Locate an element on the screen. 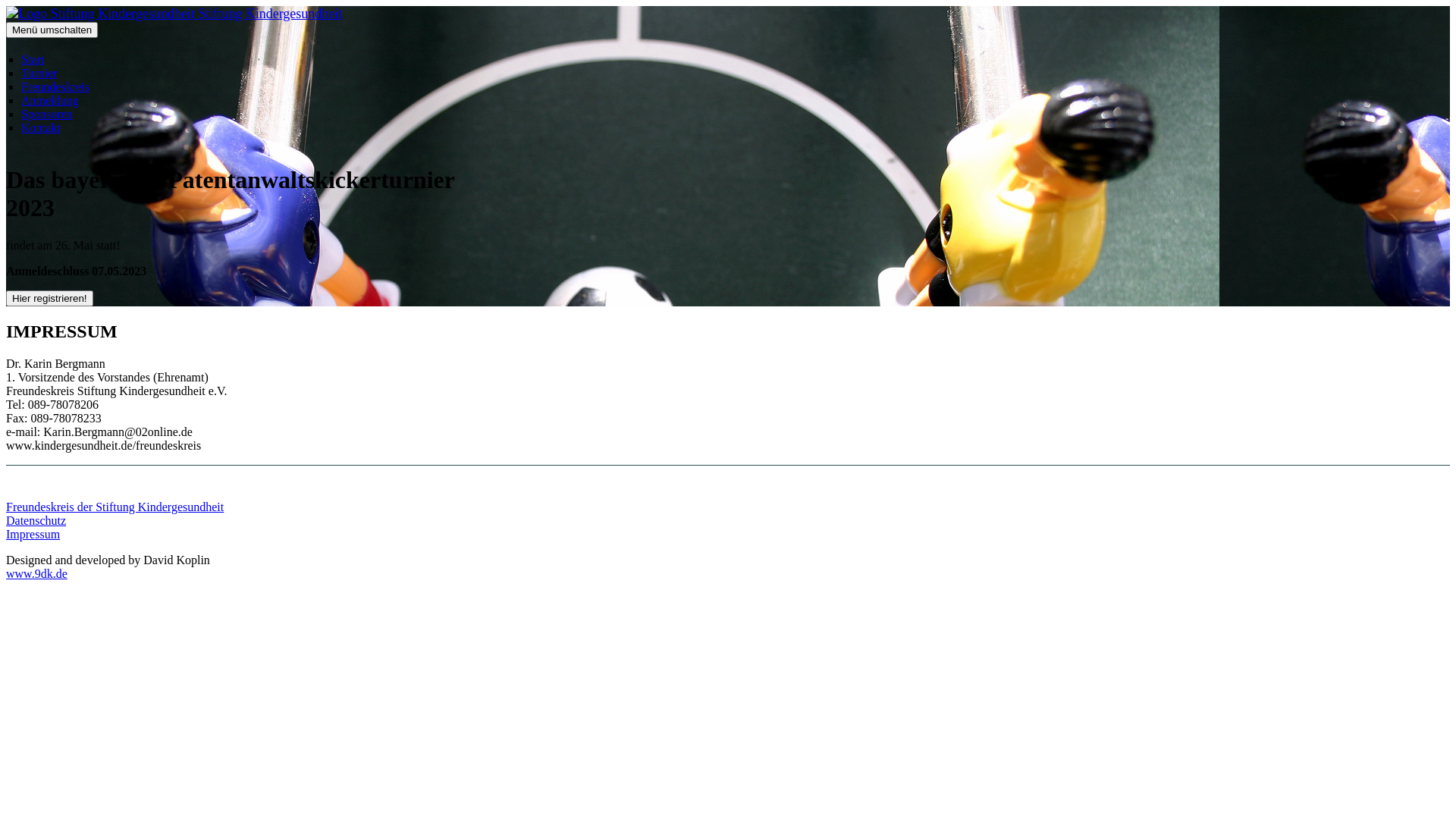  'Kontakt' is located at coordinates (40, 127).